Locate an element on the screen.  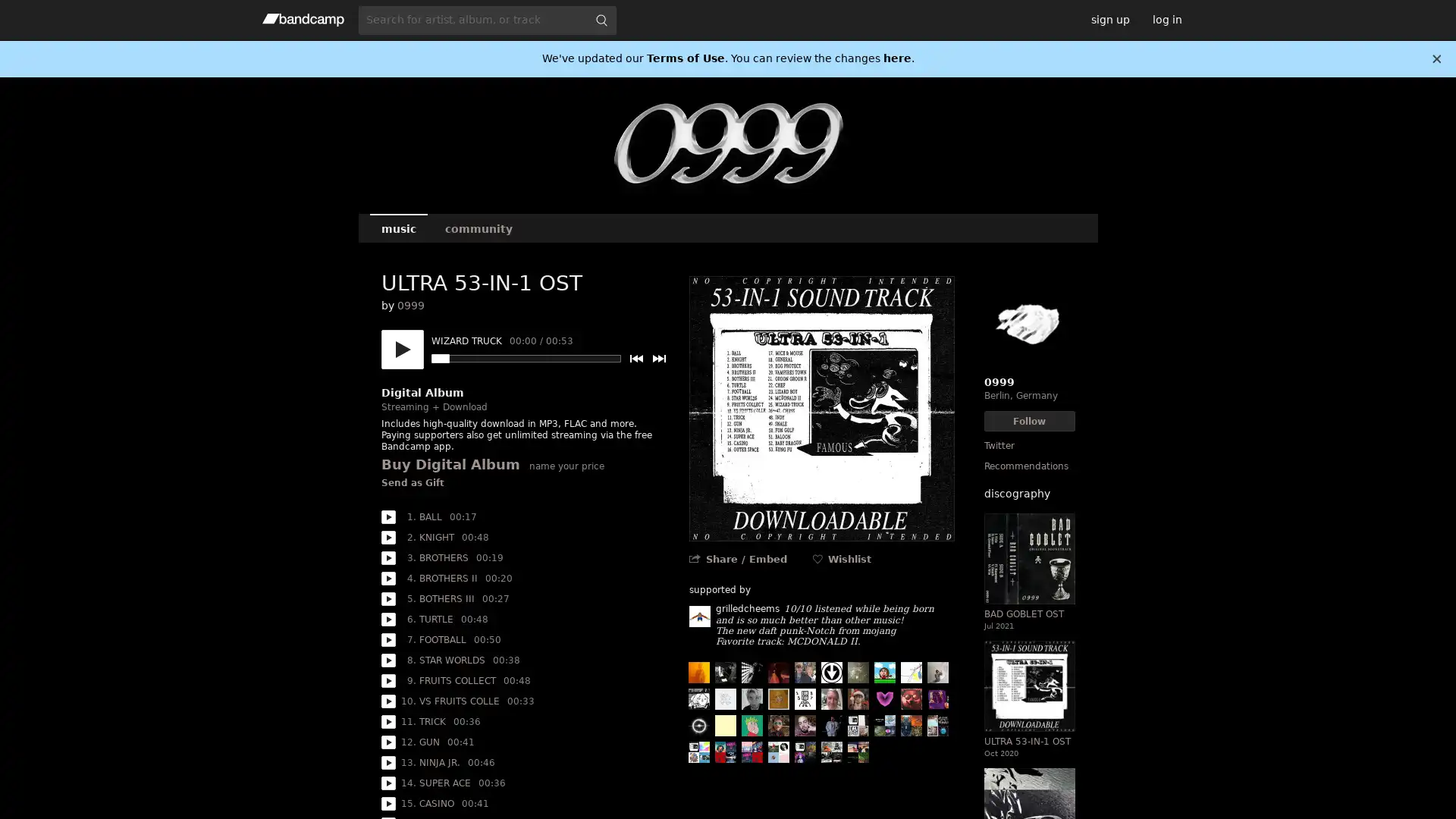
Share / Embed is located at coordinates (745, 559).